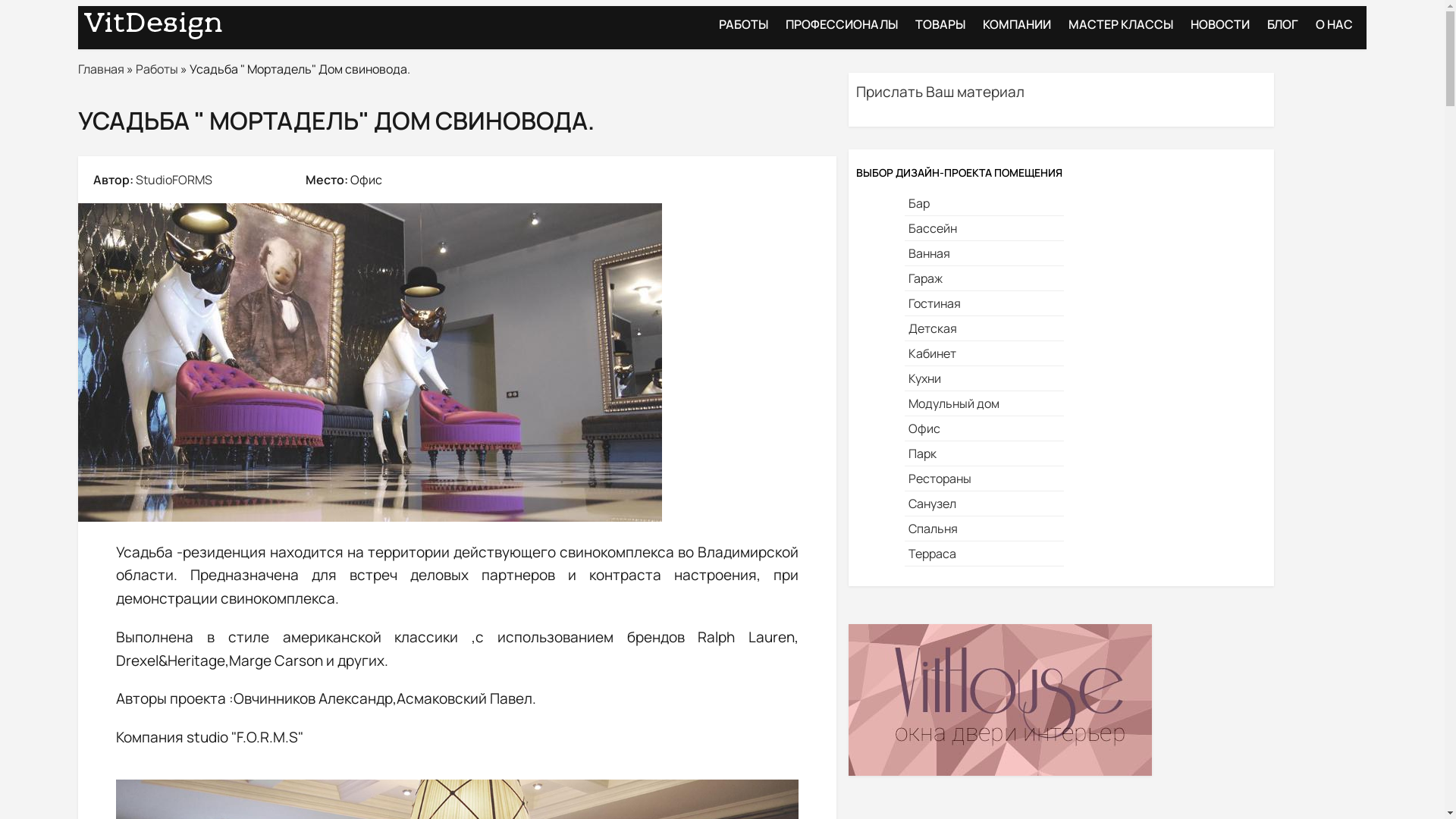 The width and height of the screenshot is (1456, 819). What do you see at coordinates (135, 178) in the screenshot?
I see `'StudioFORMS'` at bounding box center [135, 178].